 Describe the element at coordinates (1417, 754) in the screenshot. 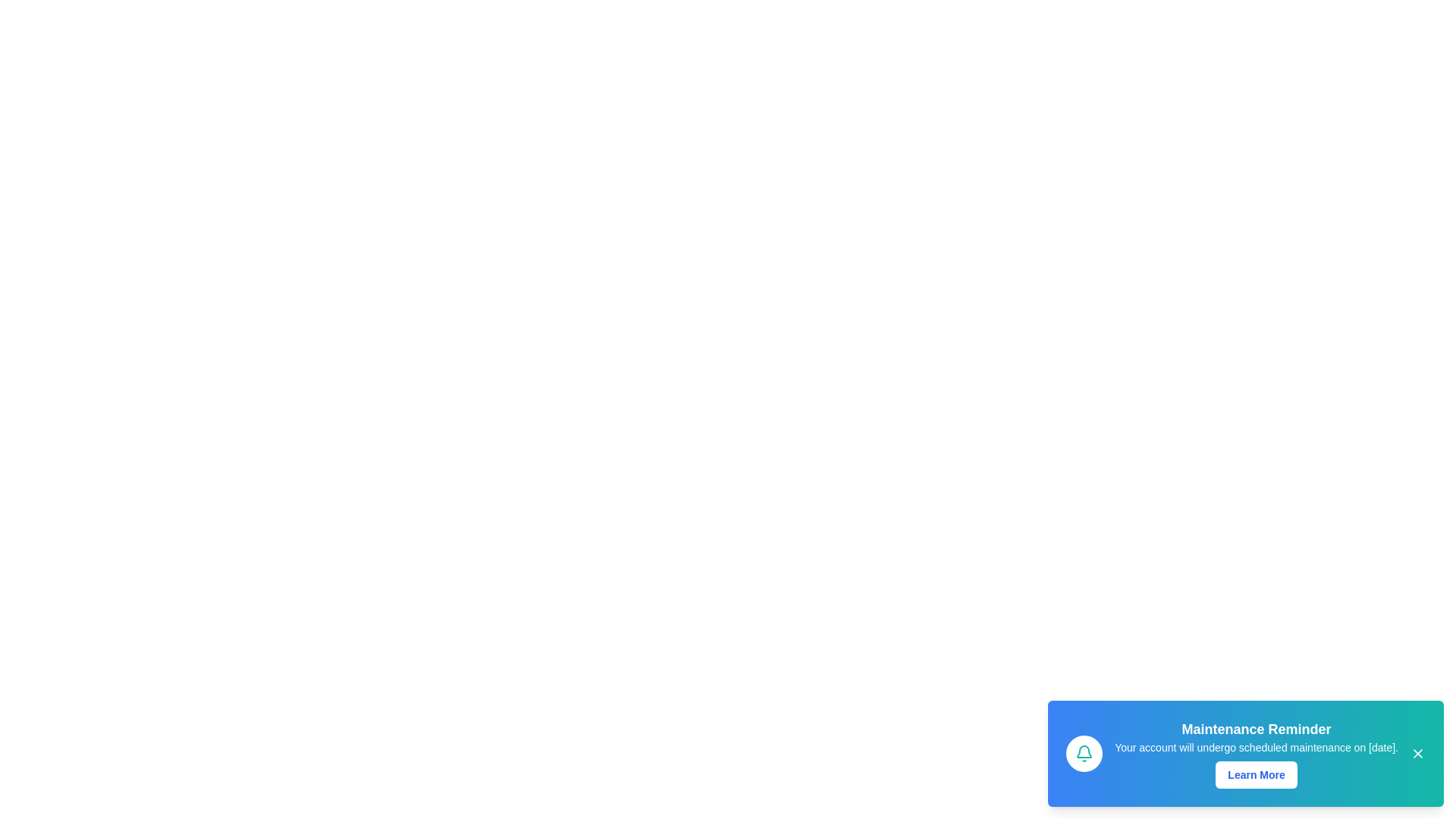

I see `the circular button styled as a white 'X' on a teal background located at the far-right end of the notification panel` at that location.